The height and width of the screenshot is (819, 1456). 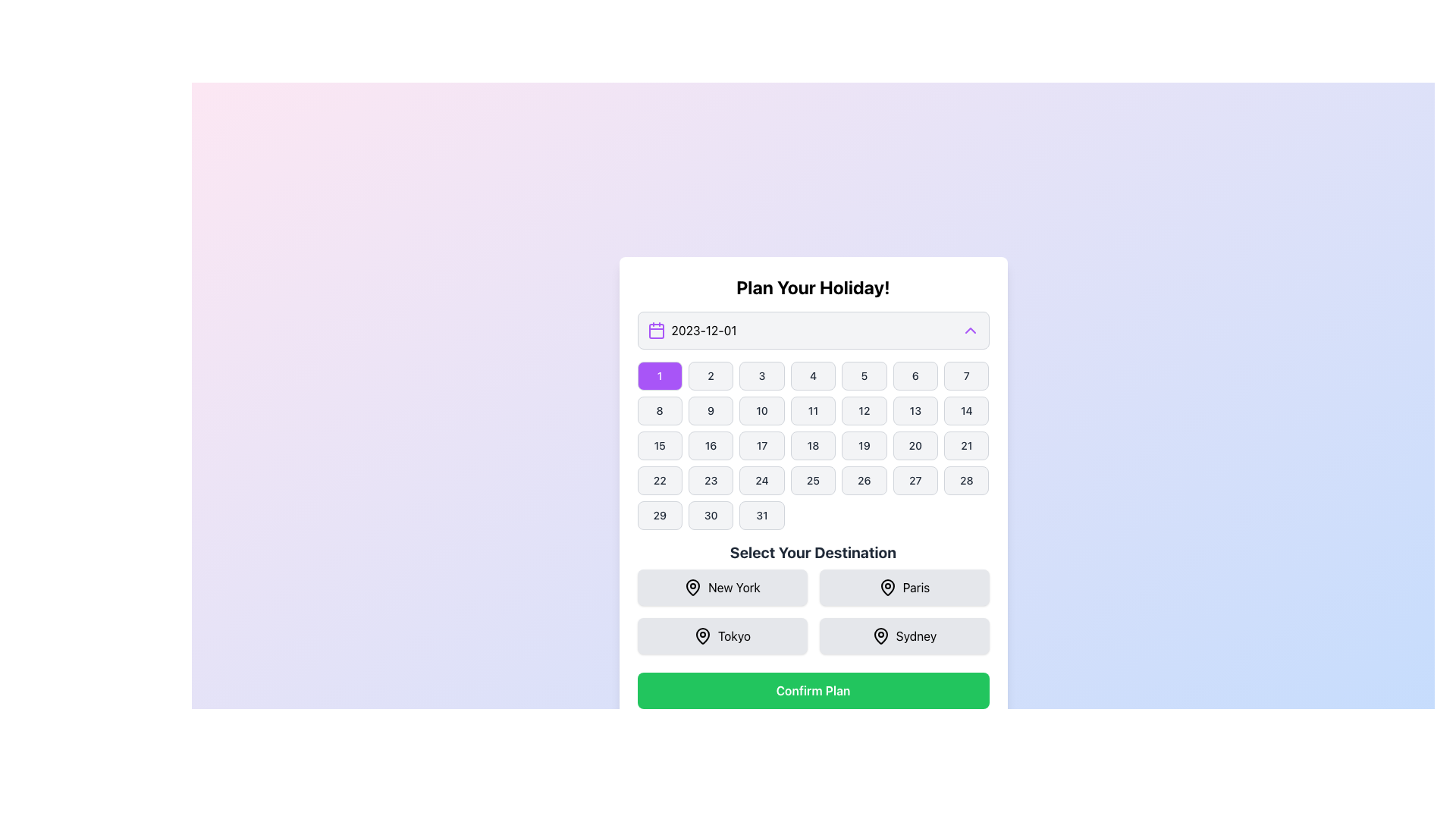 I want to click on the date selection button labeled '24' in the calendar UI under the 'Plan Your Holiday!' section, so click(x=762, y=480).